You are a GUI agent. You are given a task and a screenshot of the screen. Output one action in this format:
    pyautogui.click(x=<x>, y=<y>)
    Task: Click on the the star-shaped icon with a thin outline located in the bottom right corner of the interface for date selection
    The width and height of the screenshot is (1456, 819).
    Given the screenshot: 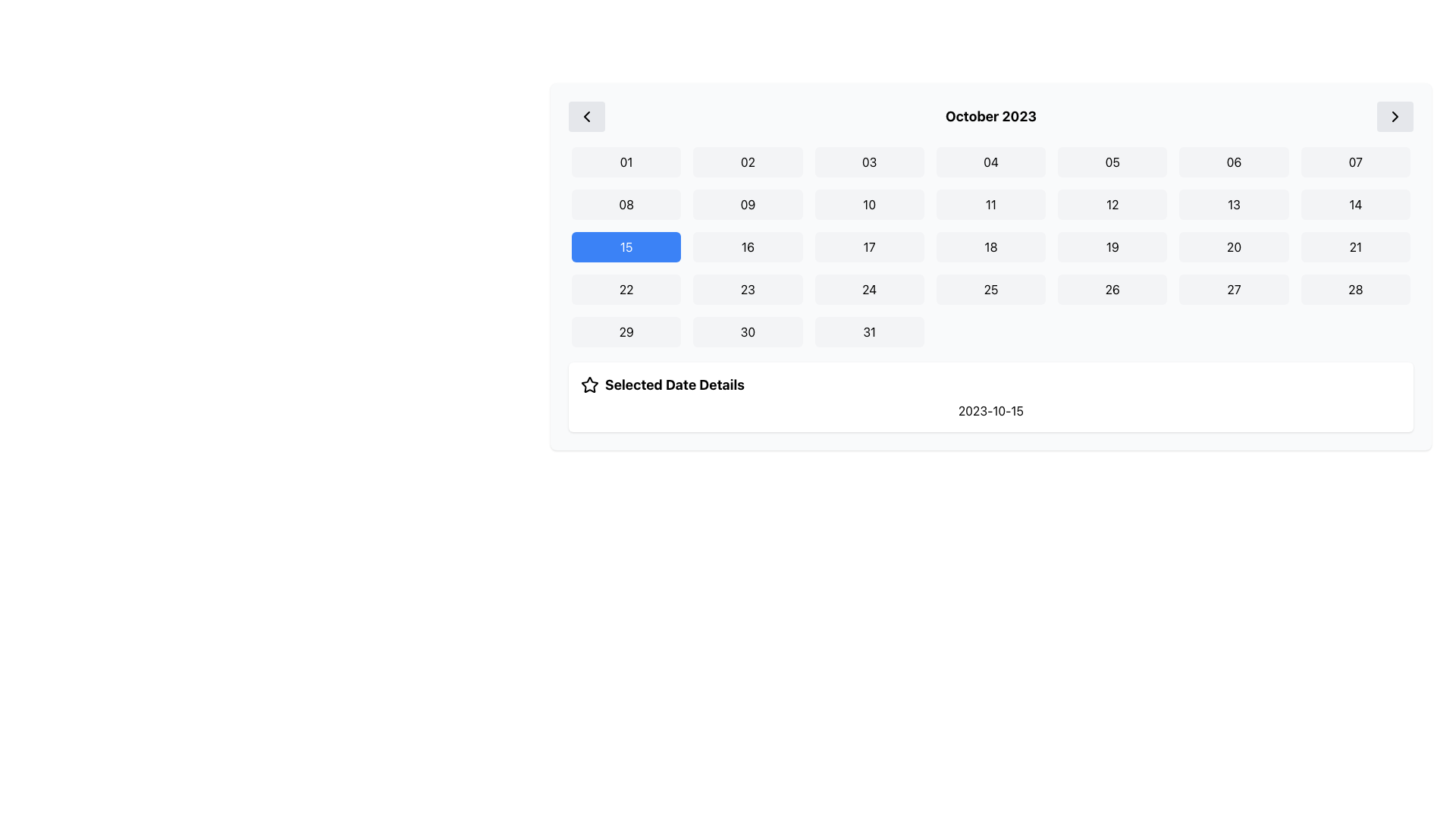 What is the action you would take?
    pyautogui.click(x=588, y=384)
    